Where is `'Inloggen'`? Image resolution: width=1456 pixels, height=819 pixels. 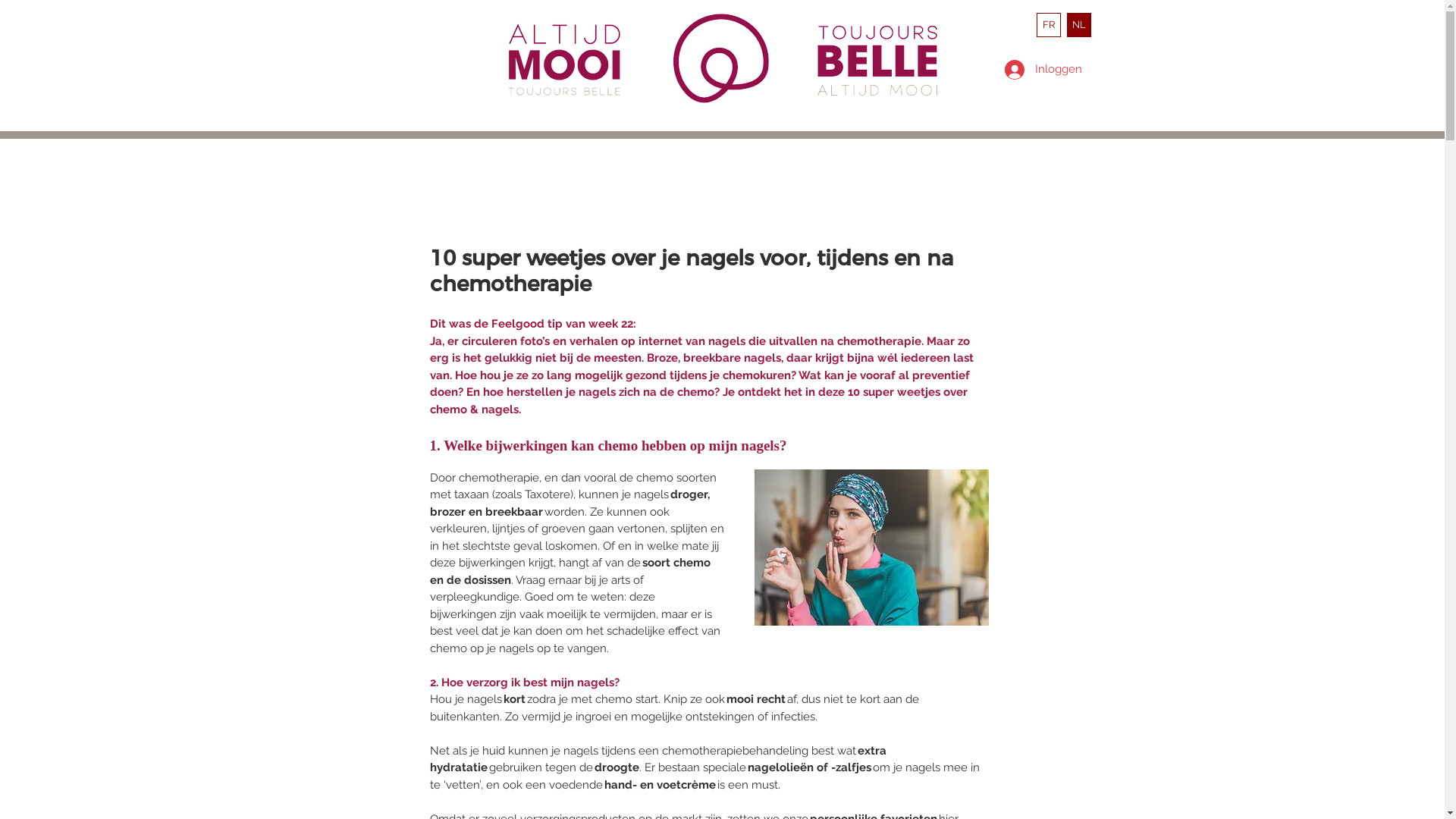 'Inloggen' is located at coordinates (1037, 69).